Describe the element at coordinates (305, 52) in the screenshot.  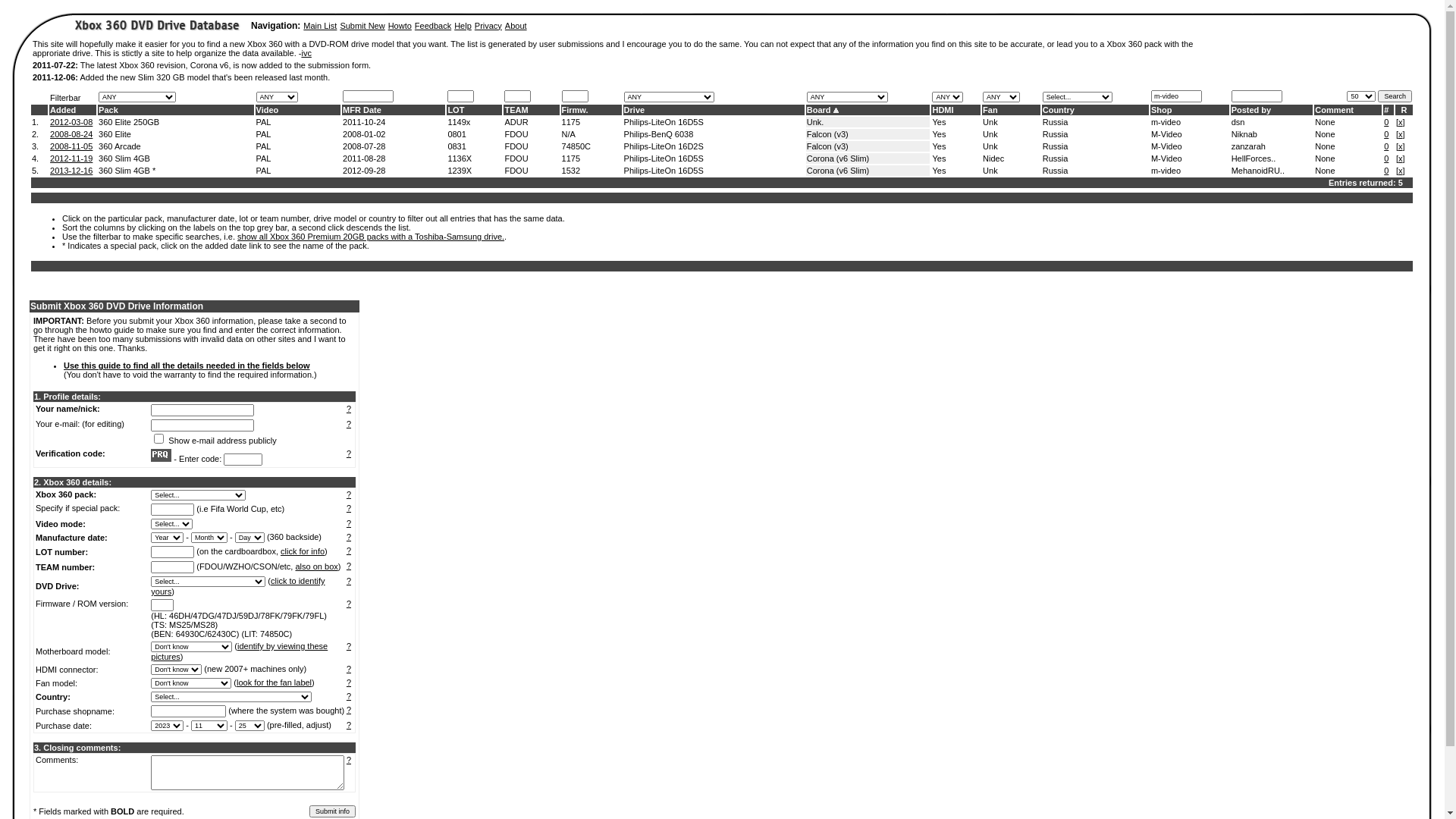
I see `'ivc'` at that location.